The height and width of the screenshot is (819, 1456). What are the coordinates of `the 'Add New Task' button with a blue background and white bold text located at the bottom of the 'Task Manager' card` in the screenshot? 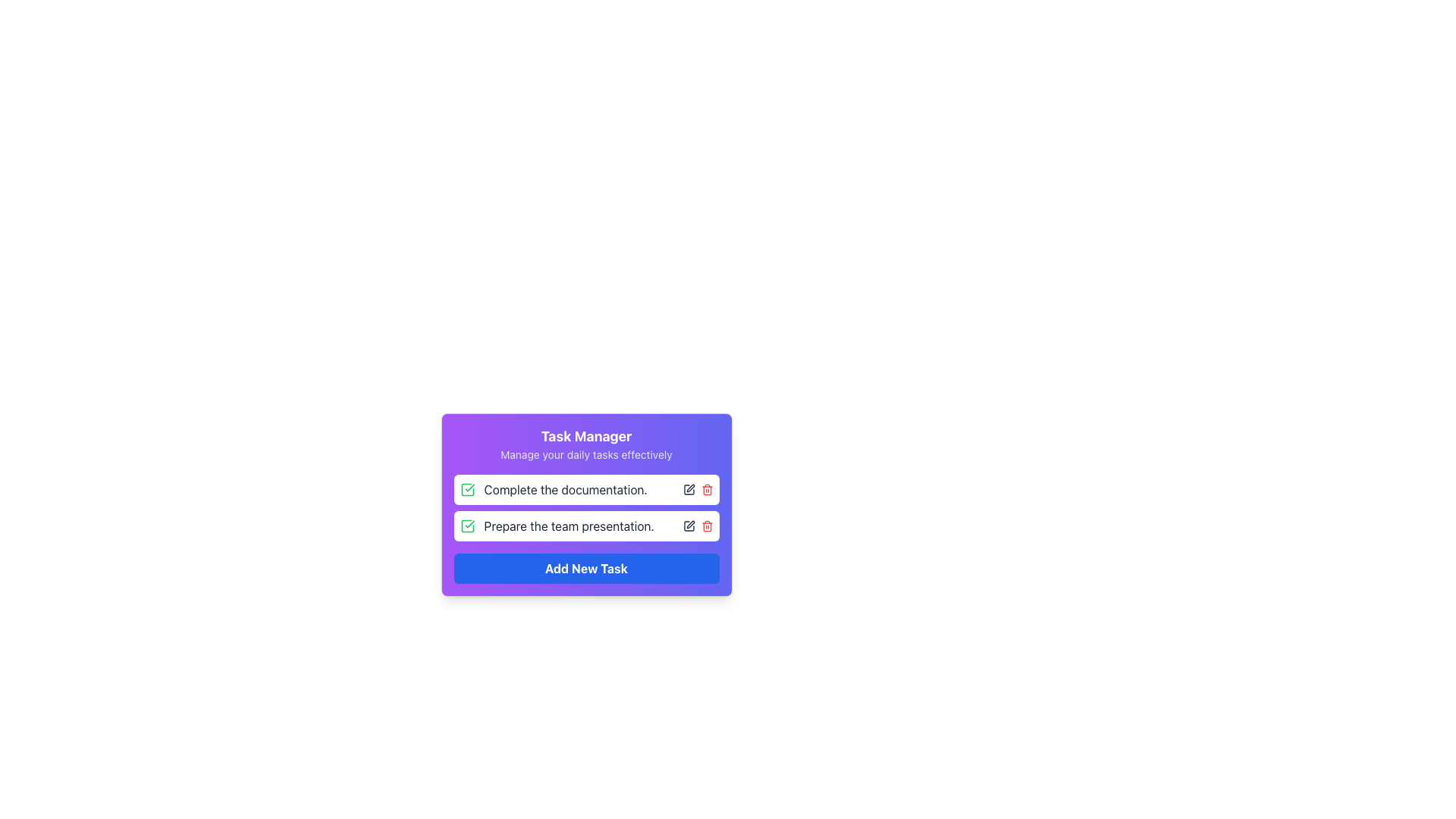 It's located at (585, 568).